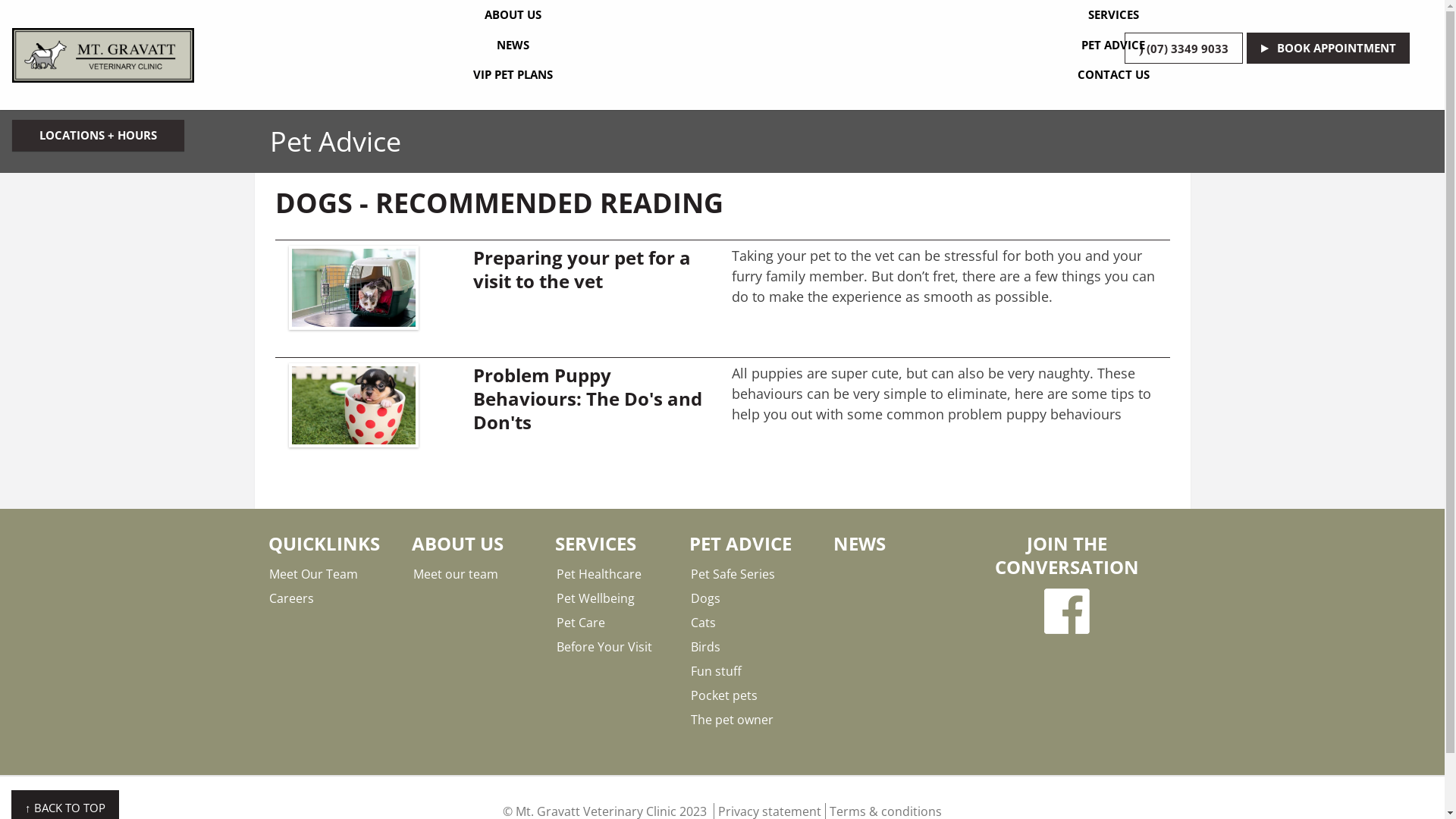  I want to click on 'Meet our team', so click(473, 573).